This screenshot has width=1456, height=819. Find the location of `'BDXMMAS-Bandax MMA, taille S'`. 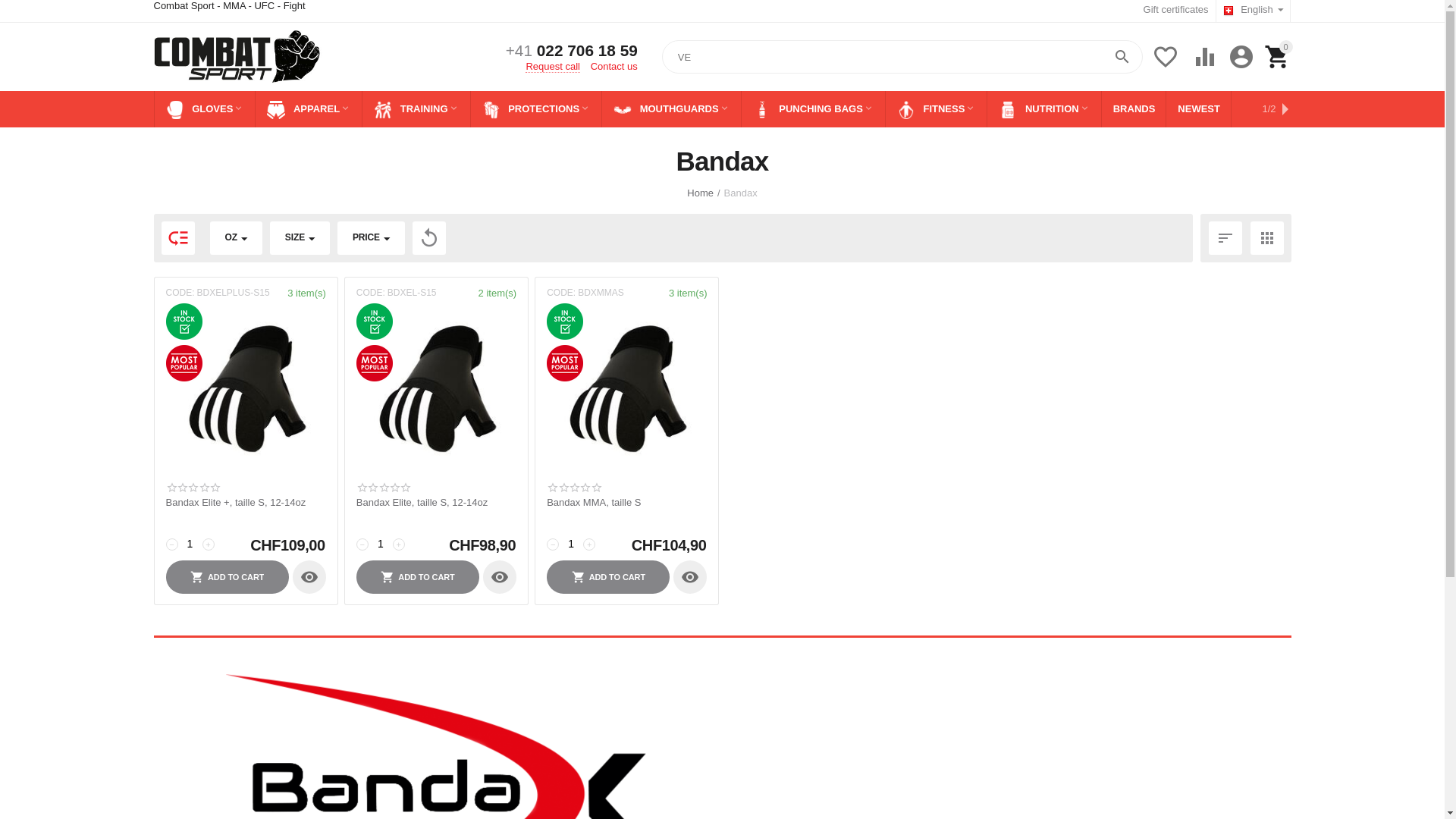

'BDXMMAS-Bandax MMA, taille S' is located at coordinates (626, 389).